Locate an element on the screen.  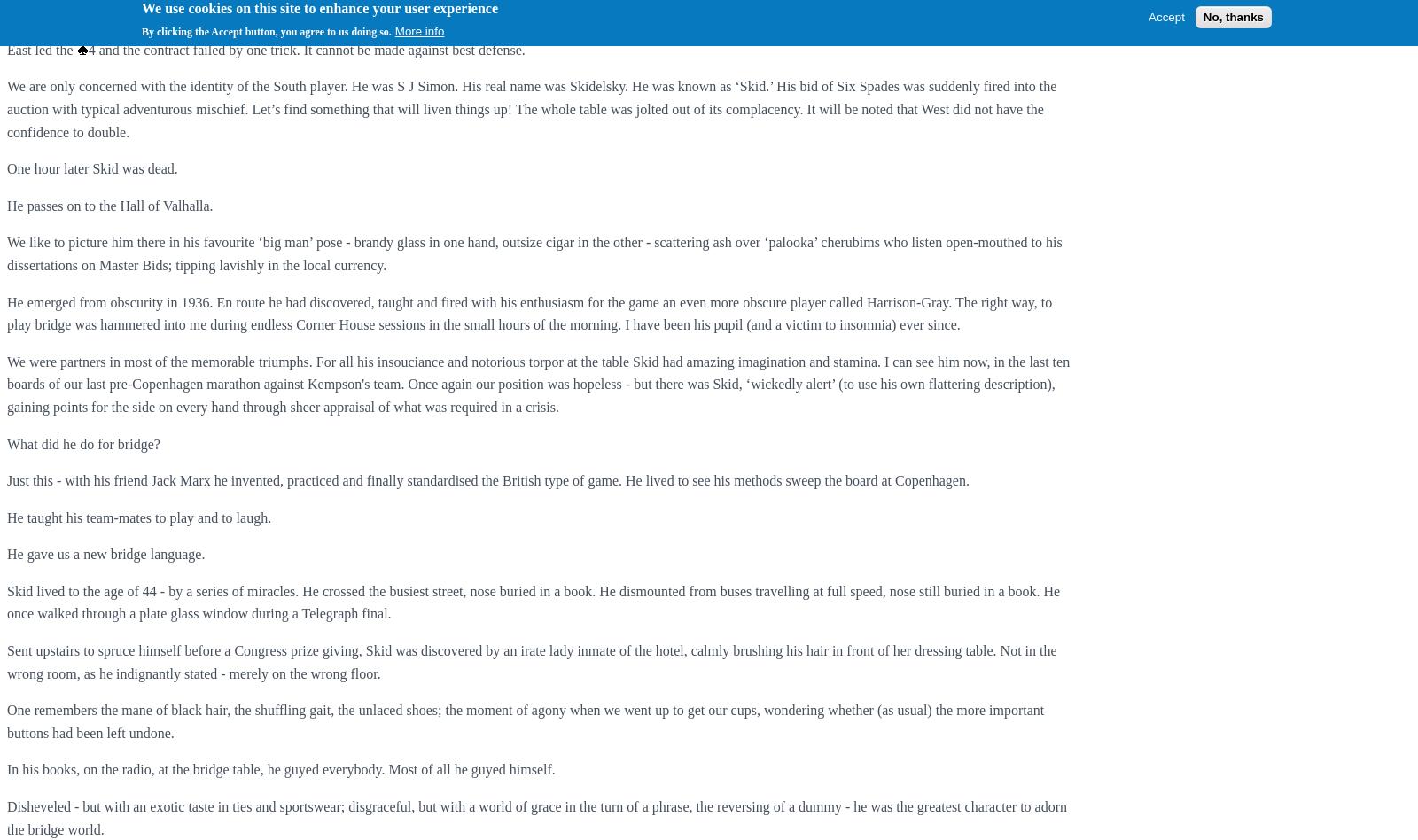
'By clicking the Accept button, you agree to us doing so.' is located at coordinates (266, 32).